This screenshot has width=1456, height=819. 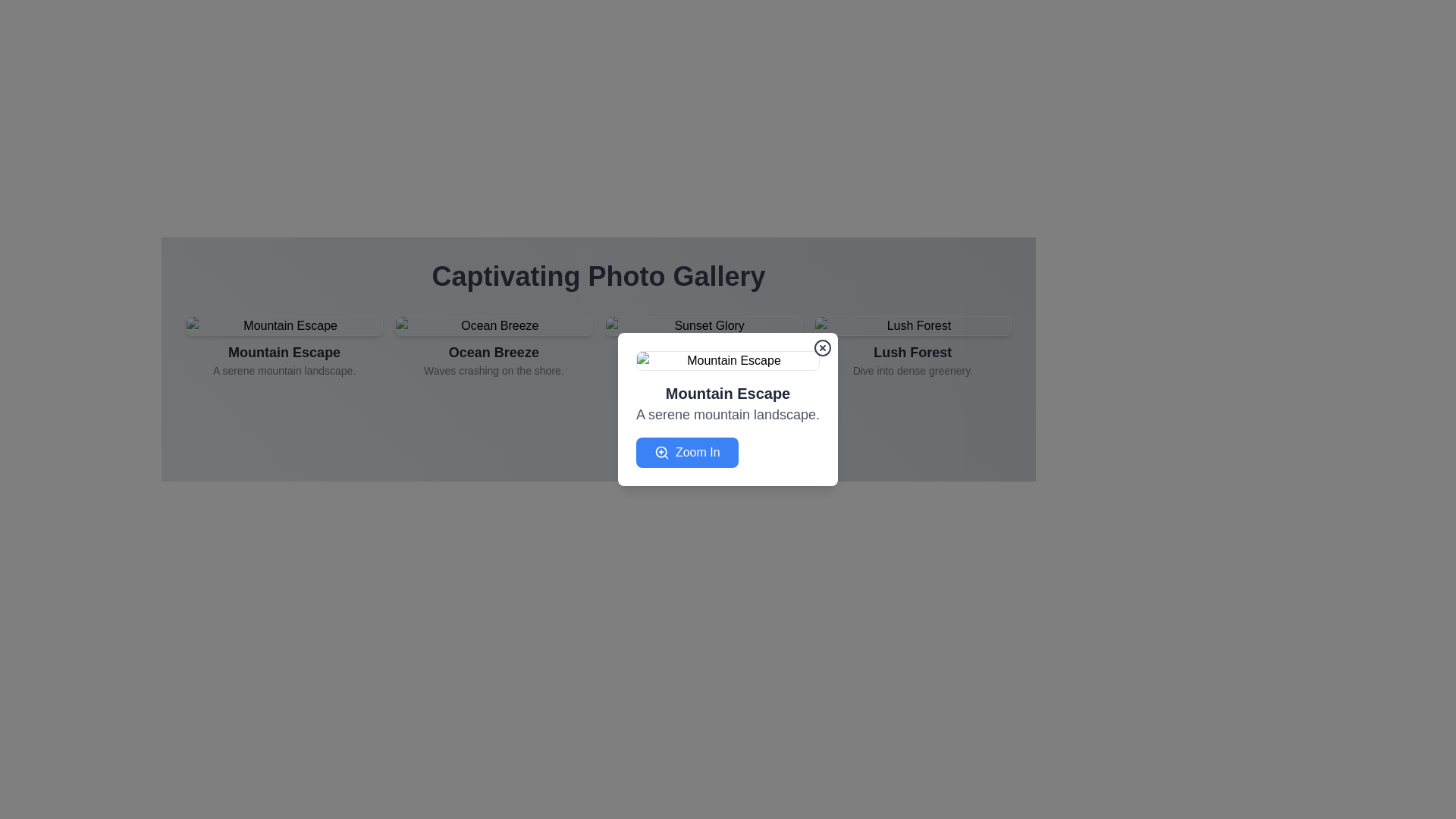 I want to click on the descriptive block containing the title 'Mountain Escape' and subtitle 'A serene mountain landscape' located in the photo gallery layout, so click(x=284, y=359).